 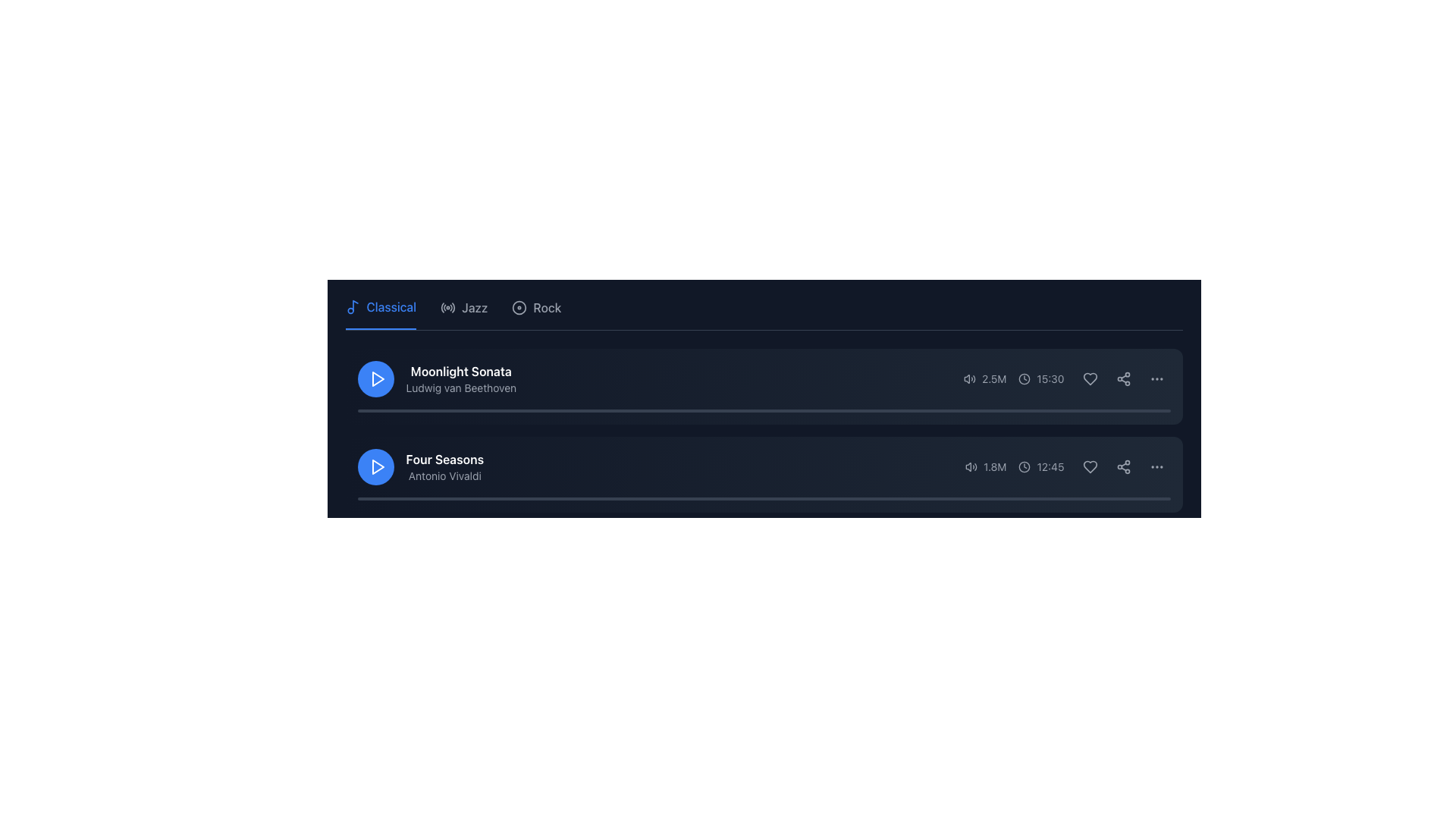 What do you see at coordinates (463, 312) in the screenshot?
I see `the 'Jazz' navigation menu item which is styled with a medium font weight and has a radio wave icon next to it` at bounding box center [463, 312].